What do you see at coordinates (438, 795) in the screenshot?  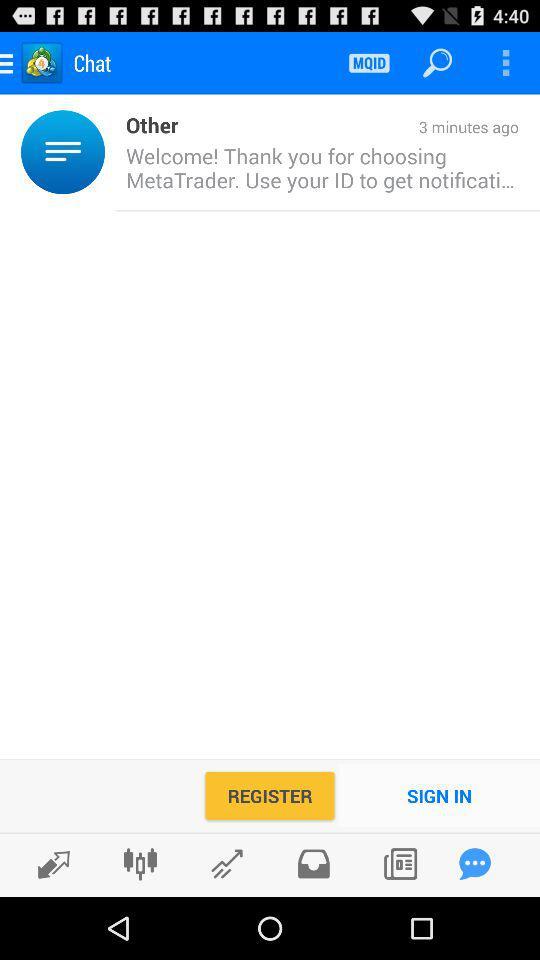 I see `the sign in` at bounding box center [438, 795].